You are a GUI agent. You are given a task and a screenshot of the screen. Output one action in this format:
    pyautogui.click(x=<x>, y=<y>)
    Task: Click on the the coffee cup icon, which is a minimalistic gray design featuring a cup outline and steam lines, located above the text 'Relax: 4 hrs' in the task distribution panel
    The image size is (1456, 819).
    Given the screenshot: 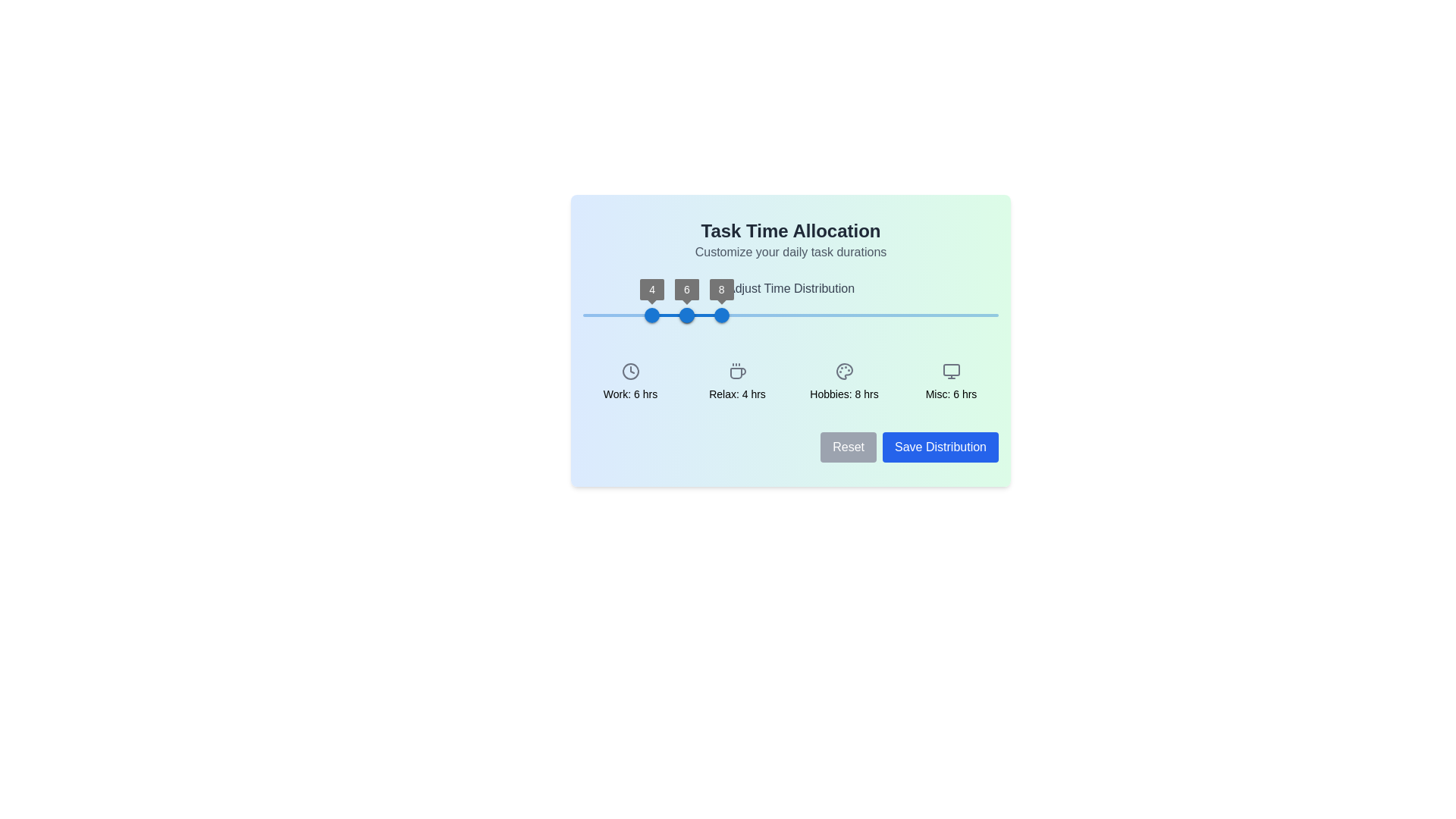 What is the action you would take?
    pyautogui.click(x=737, y=371)
    